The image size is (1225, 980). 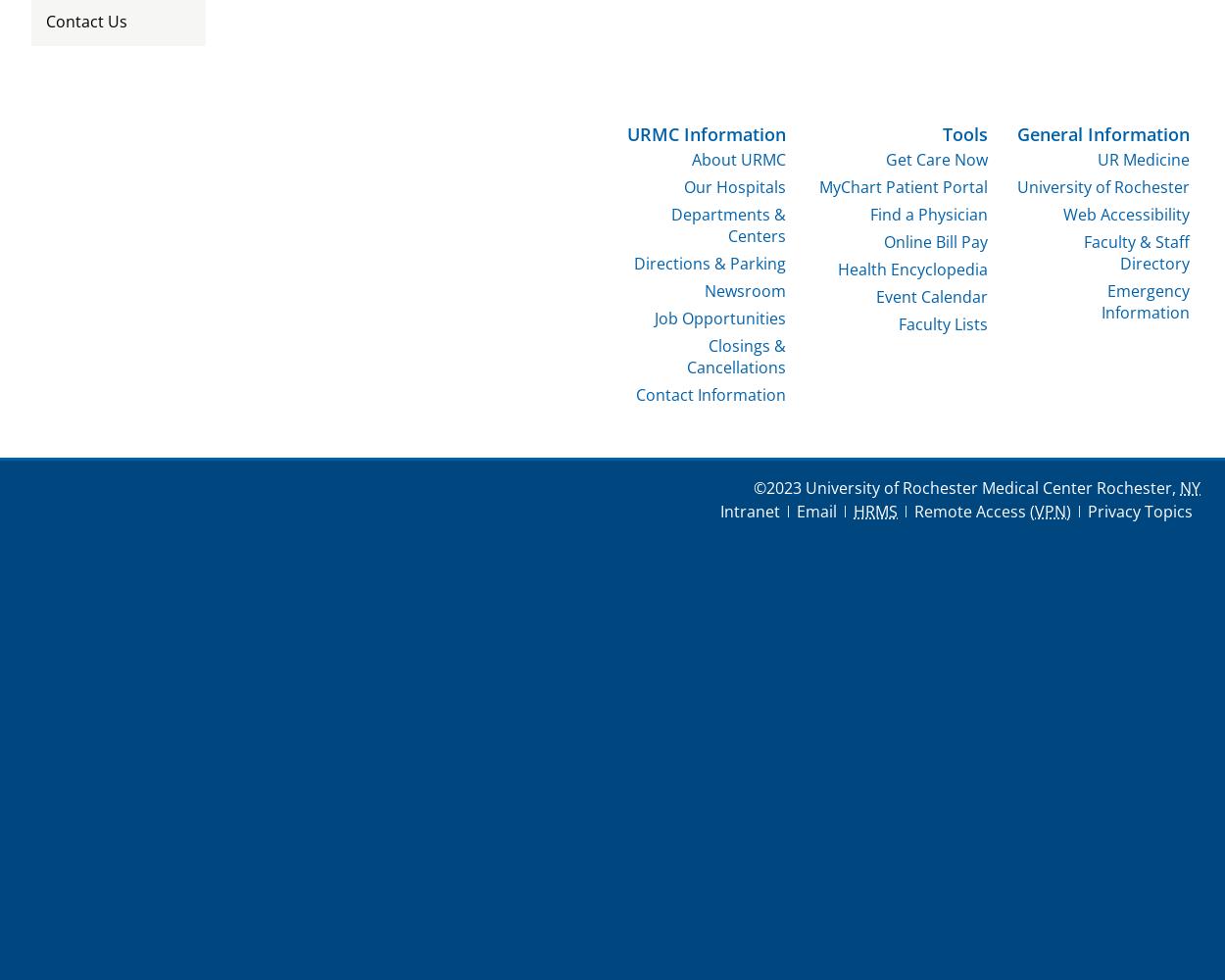 I want to click on 'Health Encyclopedia', so click(x=837, y=269).